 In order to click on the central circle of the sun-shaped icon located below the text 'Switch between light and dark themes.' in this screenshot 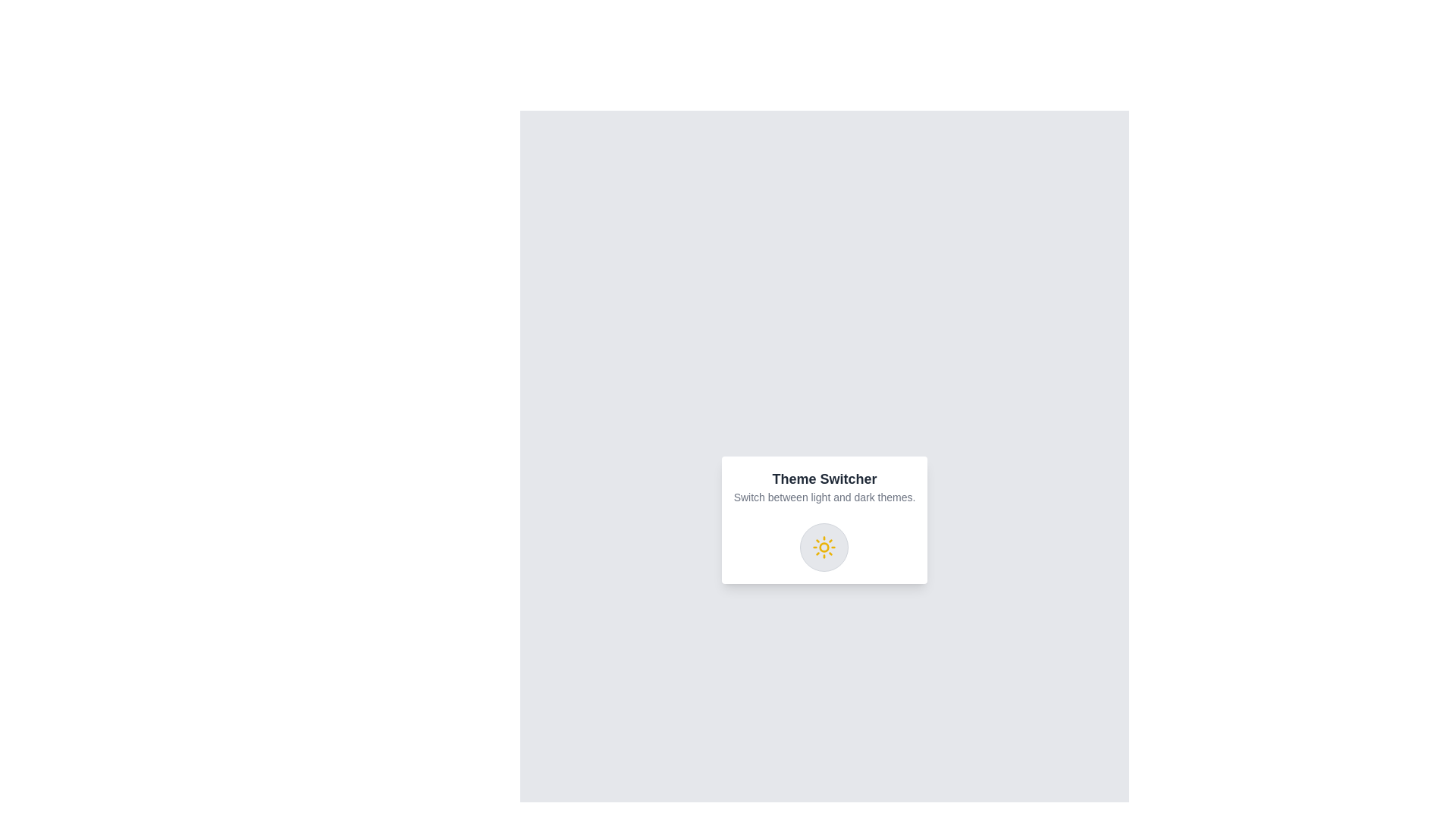, I will do `click(824, 547)`.